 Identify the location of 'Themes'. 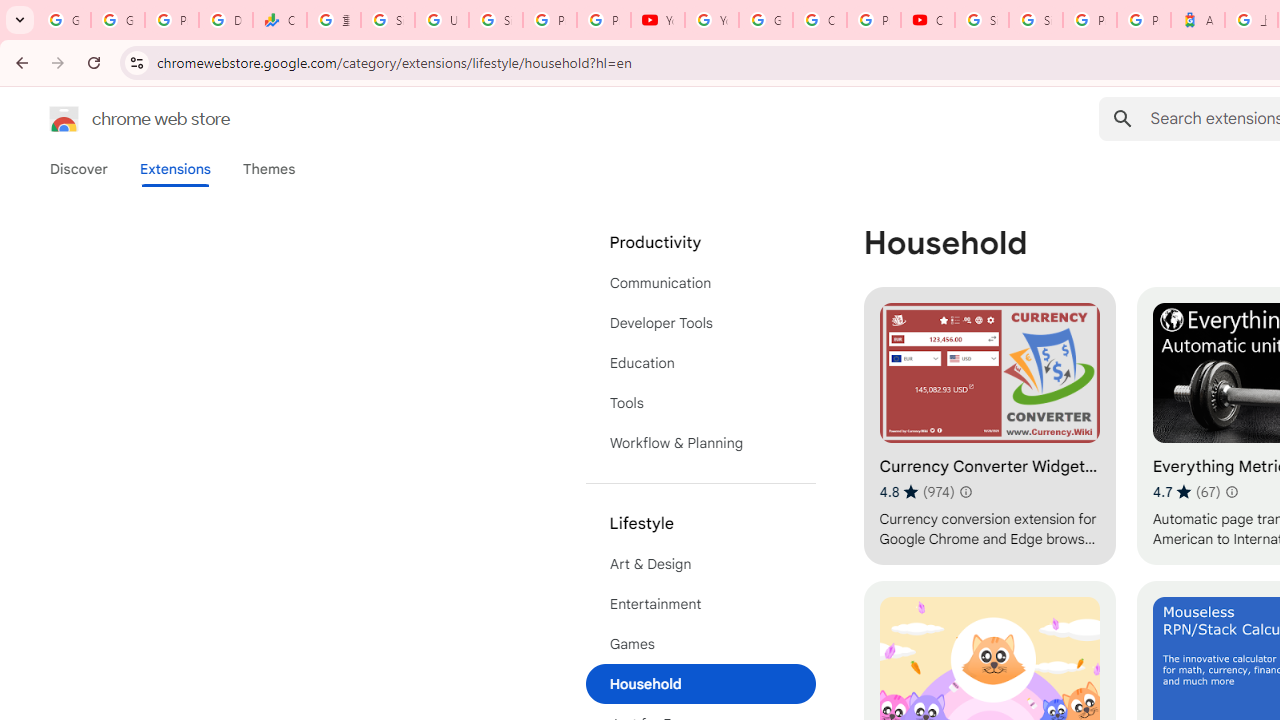
(268, 168).